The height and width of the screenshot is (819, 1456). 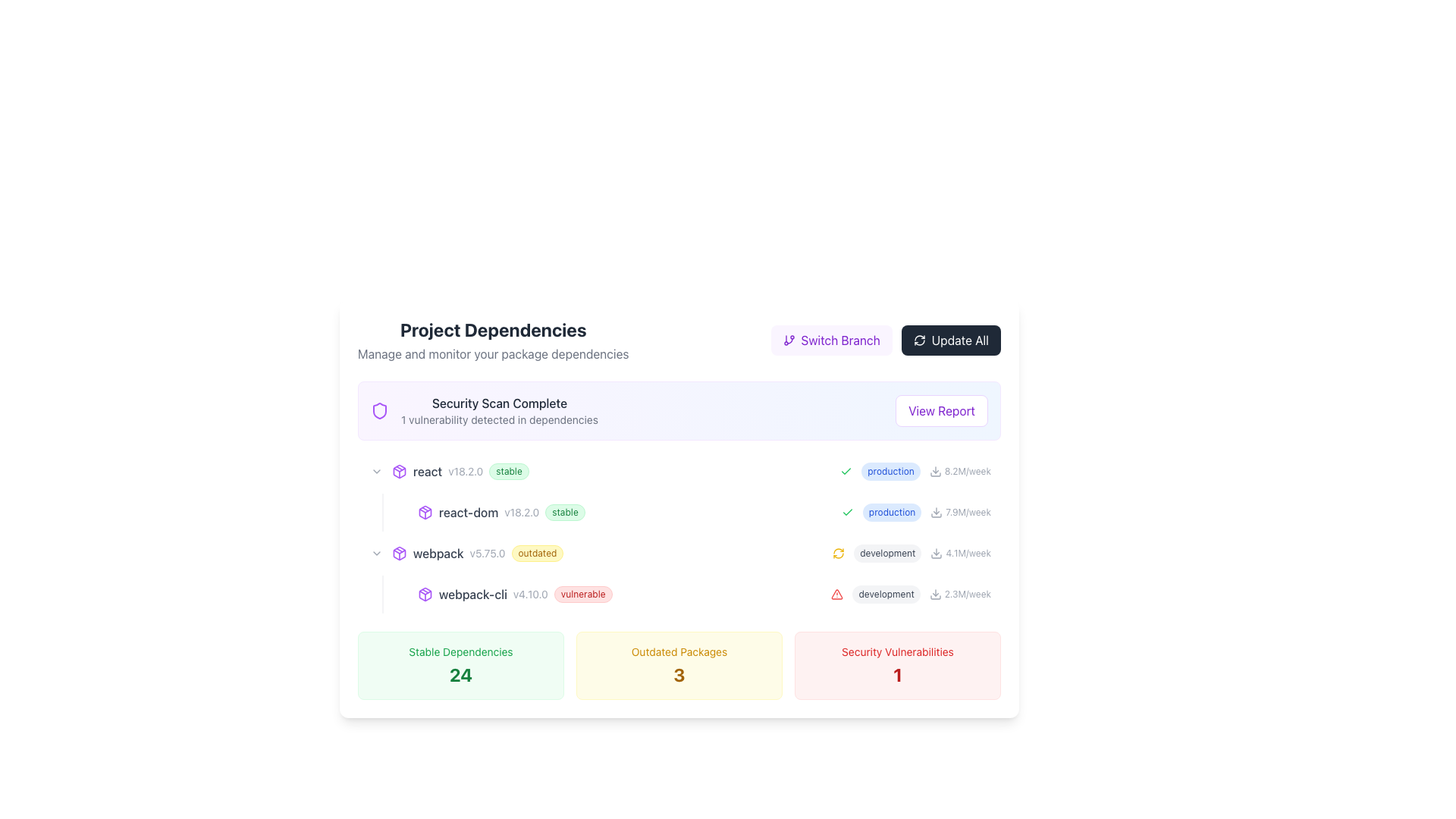 I want to click on the Textual description section that provides a title and subtitle for the content, located in the top-left section of the interface, above the summarized status section, and adjacent to the 'Switch Branch' and 'Update All' buttons, so click(x=493, y=339).